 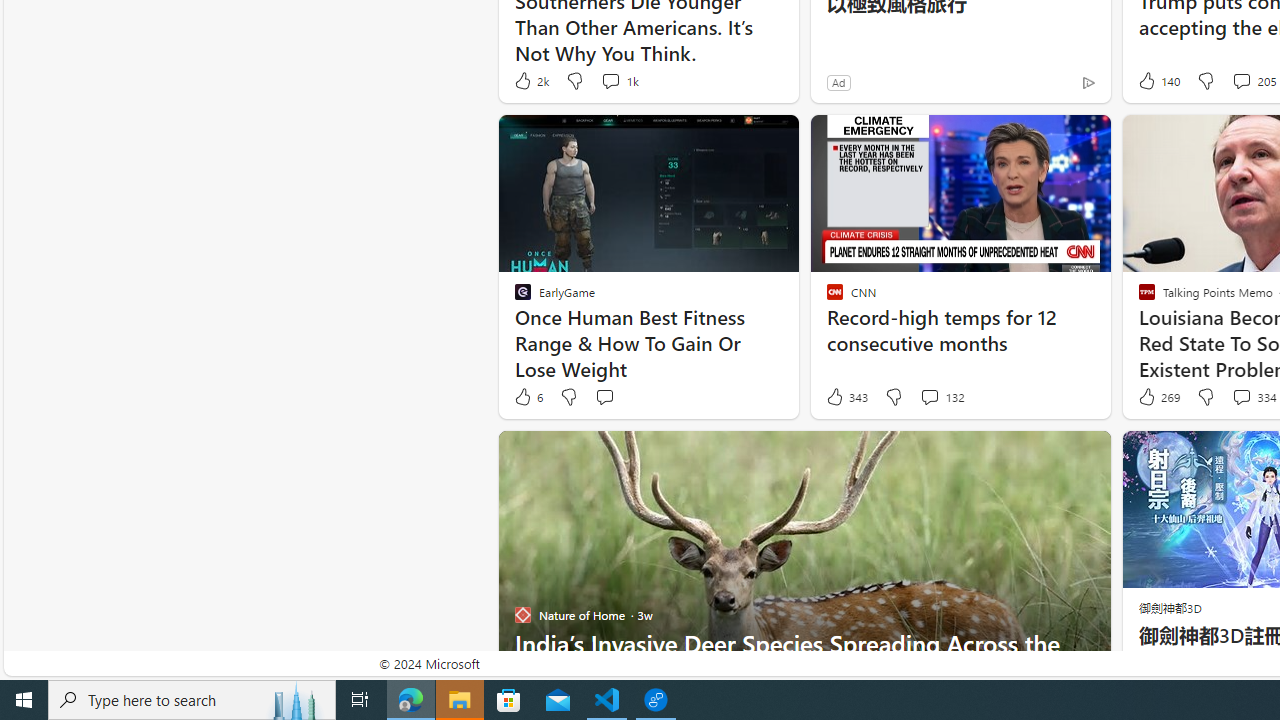 I want to click on 'Hide this story', so click(x=1049, y=455).